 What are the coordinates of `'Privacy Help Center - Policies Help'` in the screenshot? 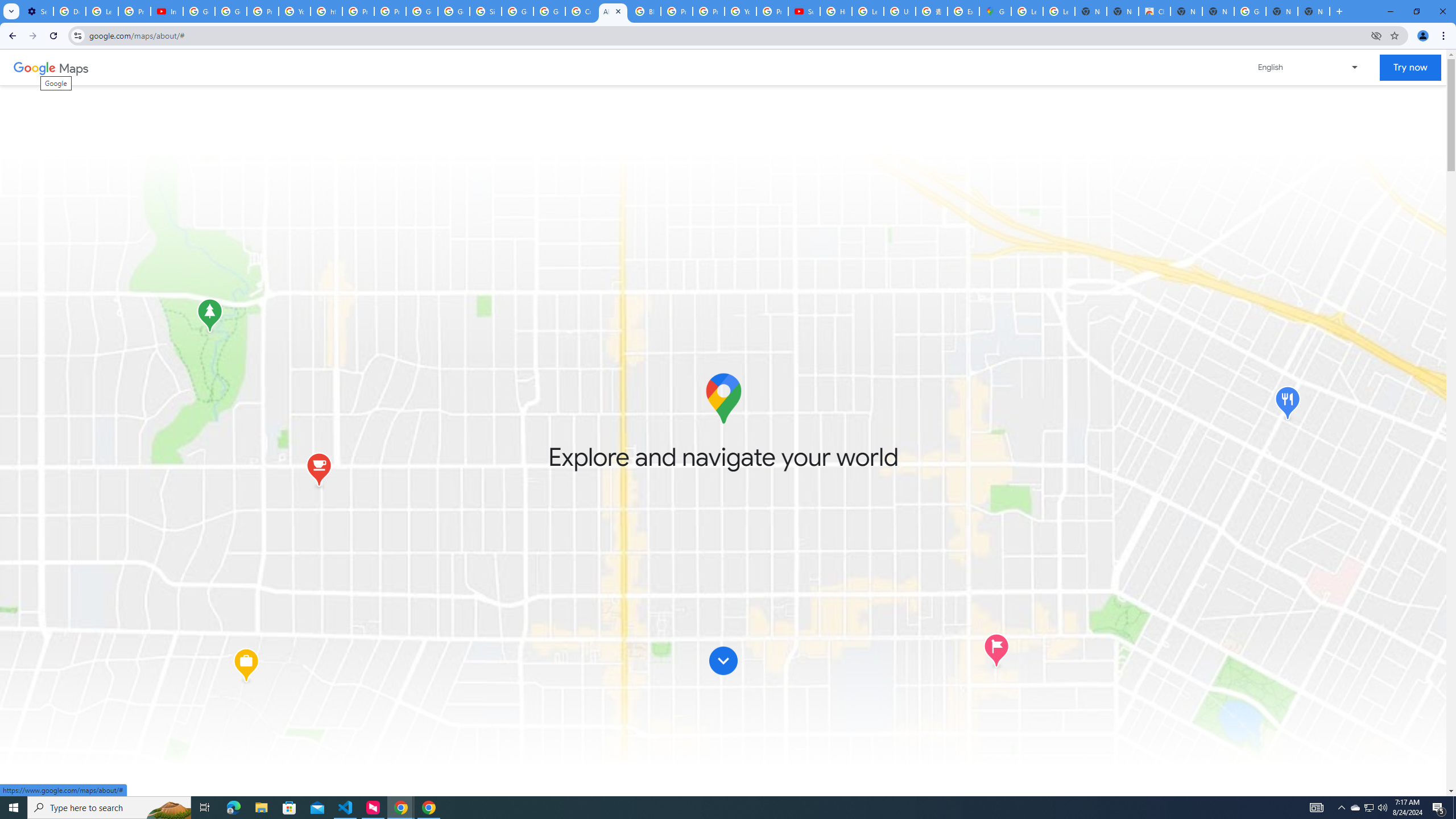 It's located at (708, 11).